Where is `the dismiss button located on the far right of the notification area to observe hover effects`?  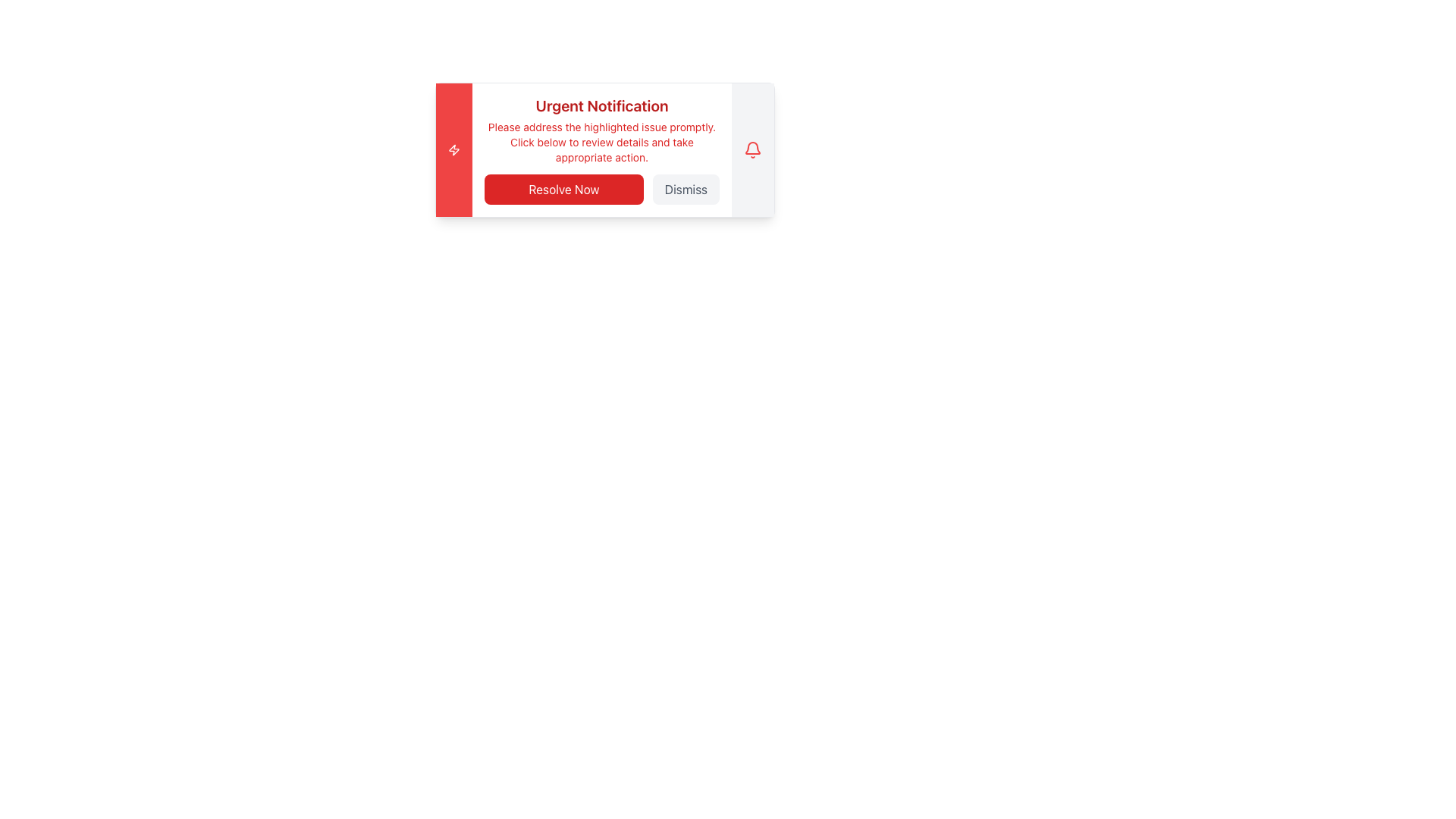
the dismiss button located on the far right of the notification area to observe hover effects is located at coordinates (685, 189).